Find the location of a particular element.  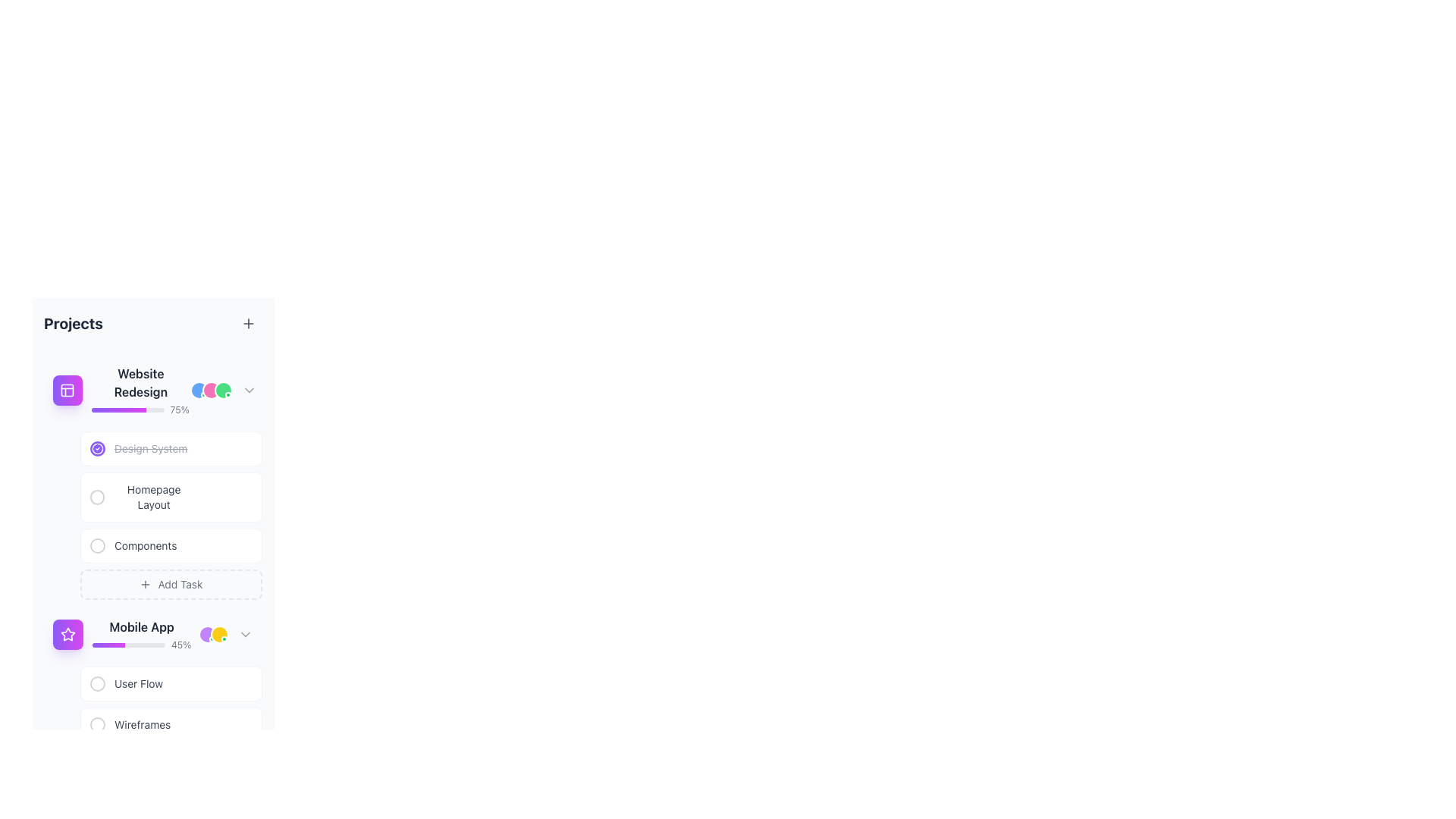

the text label indicating its completion, which is styled with a strikethrough, located under the 'Website Redesign' section and to the right of a circular checkmark icon is located at coordinates (151, 447).